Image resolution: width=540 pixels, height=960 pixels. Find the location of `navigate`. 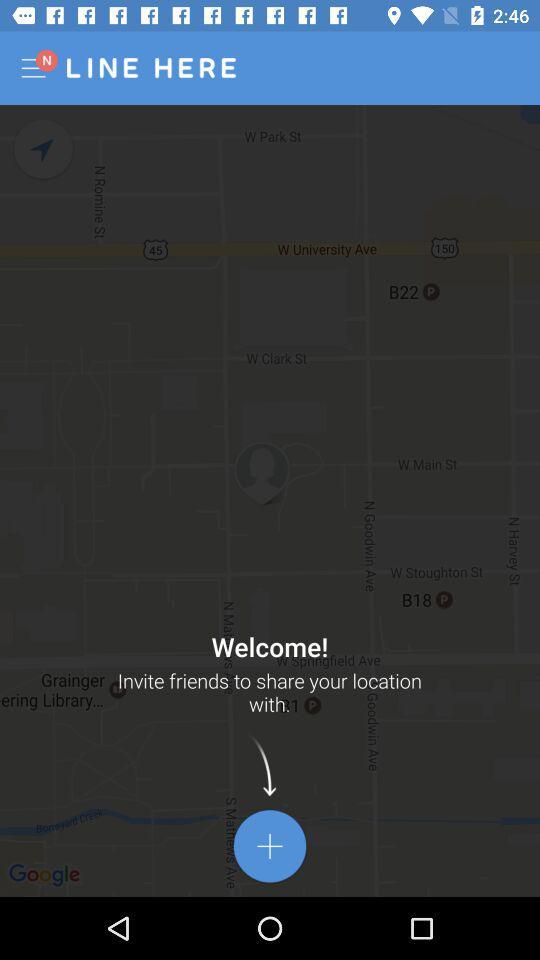

navigate is located at coordinates (44, 148).